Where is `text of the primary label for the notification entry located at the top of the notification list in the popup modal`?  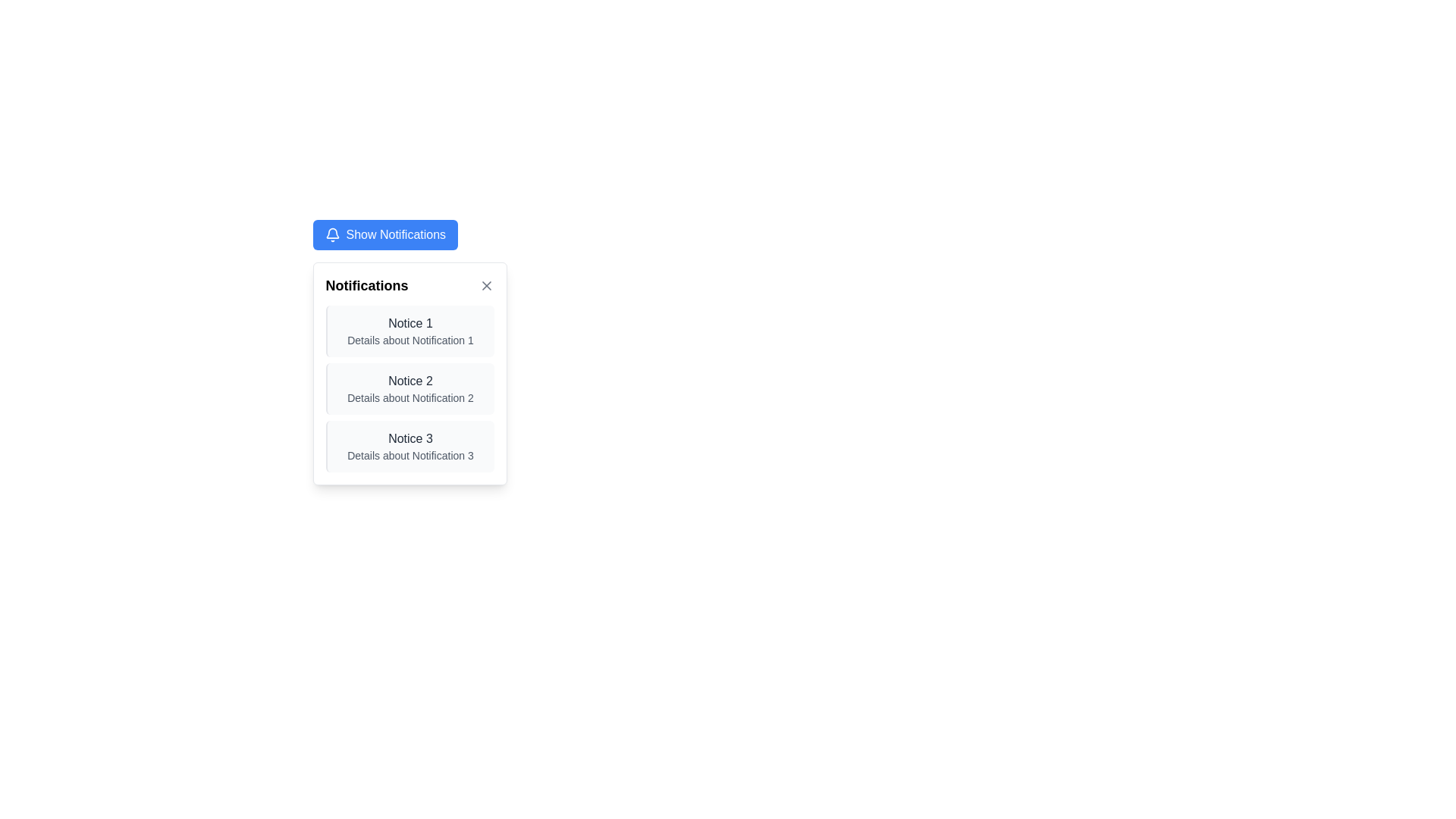
text of the primary label for the notification entry located at the top of the notification list in the popup modal is located at coordinates (410, 323).